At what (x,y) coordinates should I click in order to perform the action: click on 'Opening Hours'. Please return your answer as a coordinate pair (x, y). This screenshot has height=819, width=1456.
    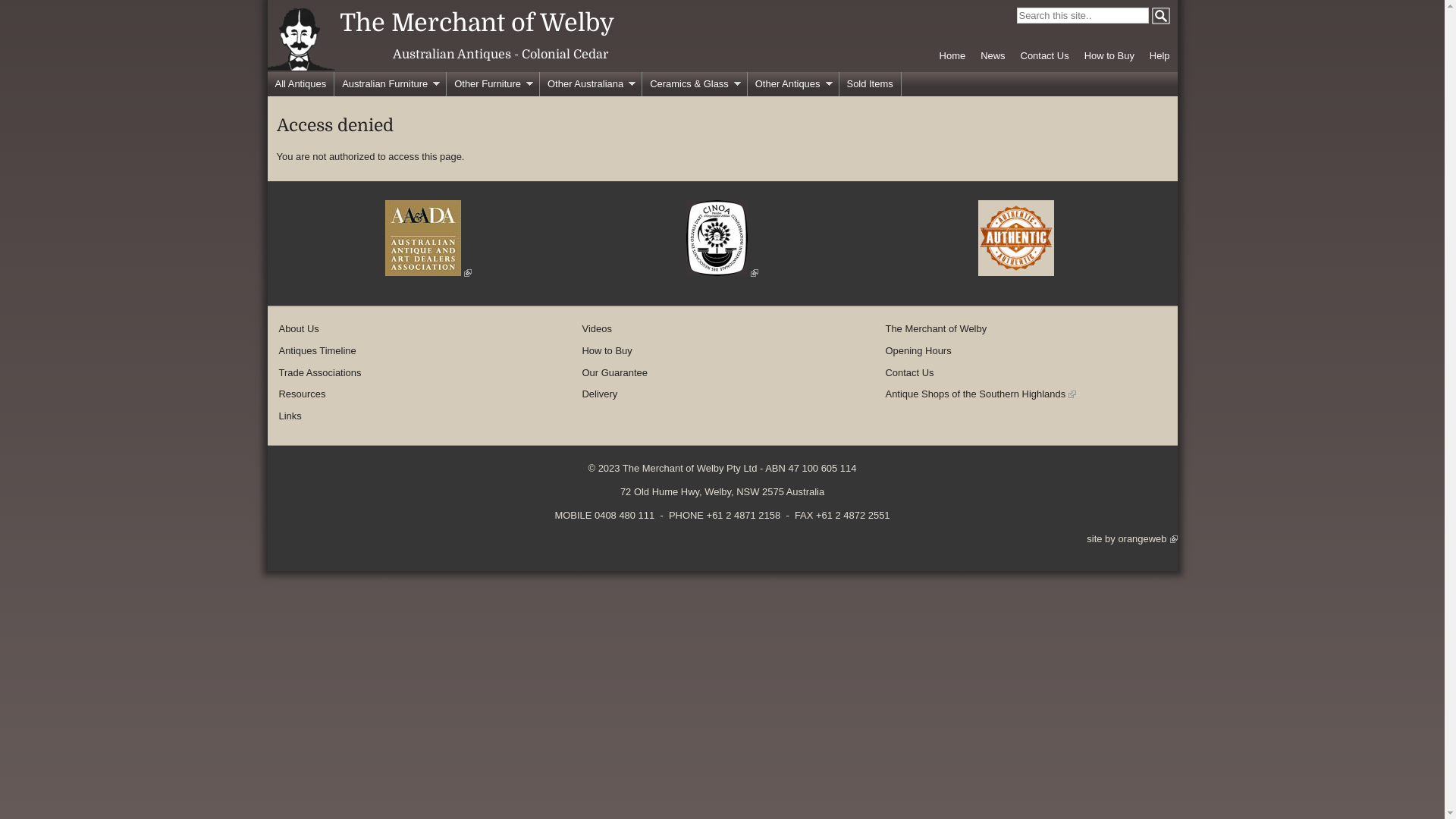
    Looking at the image, I should click on (918, 350).